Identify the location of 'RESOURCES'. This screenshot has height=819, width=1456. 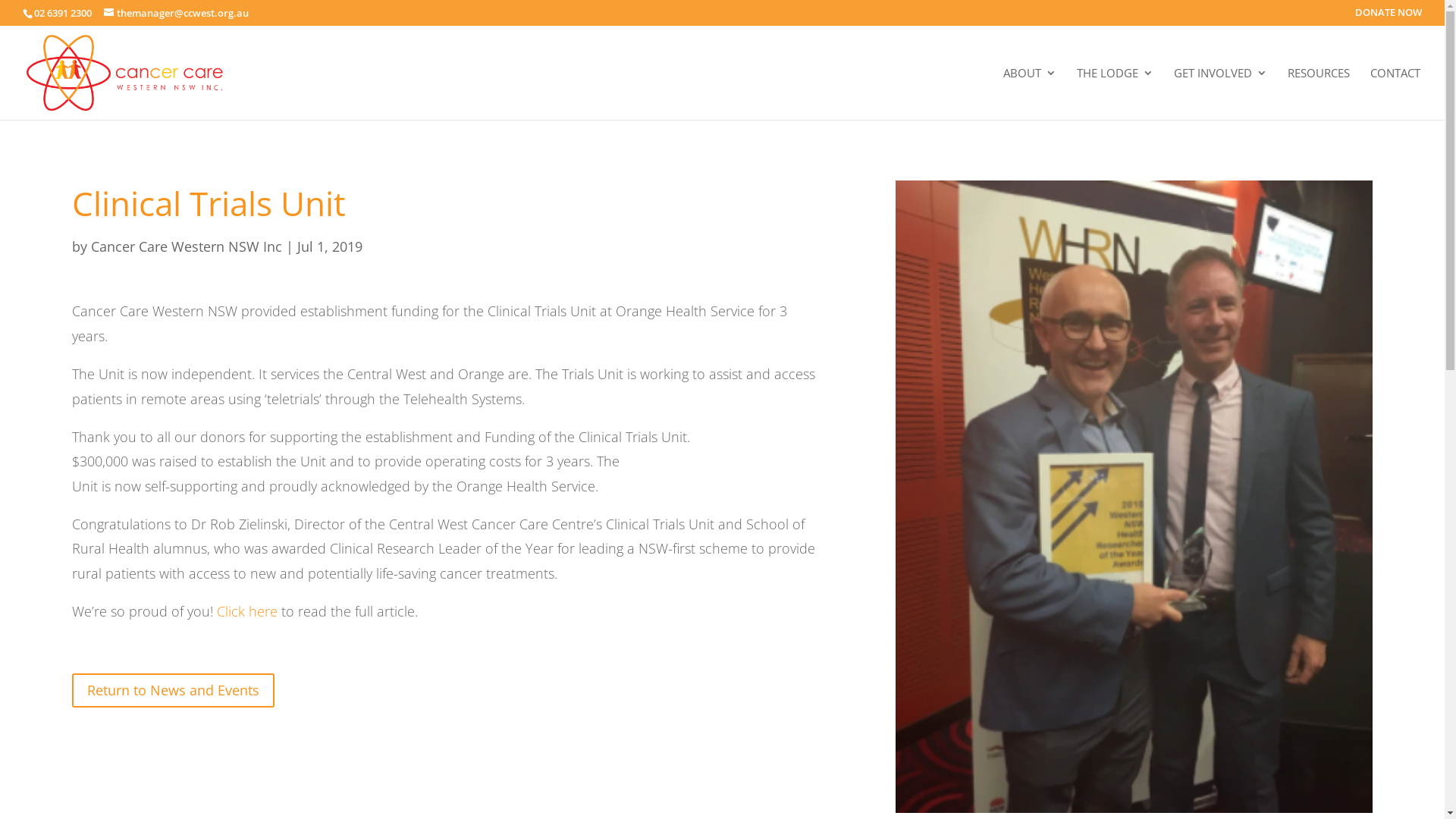
(1287, 93).